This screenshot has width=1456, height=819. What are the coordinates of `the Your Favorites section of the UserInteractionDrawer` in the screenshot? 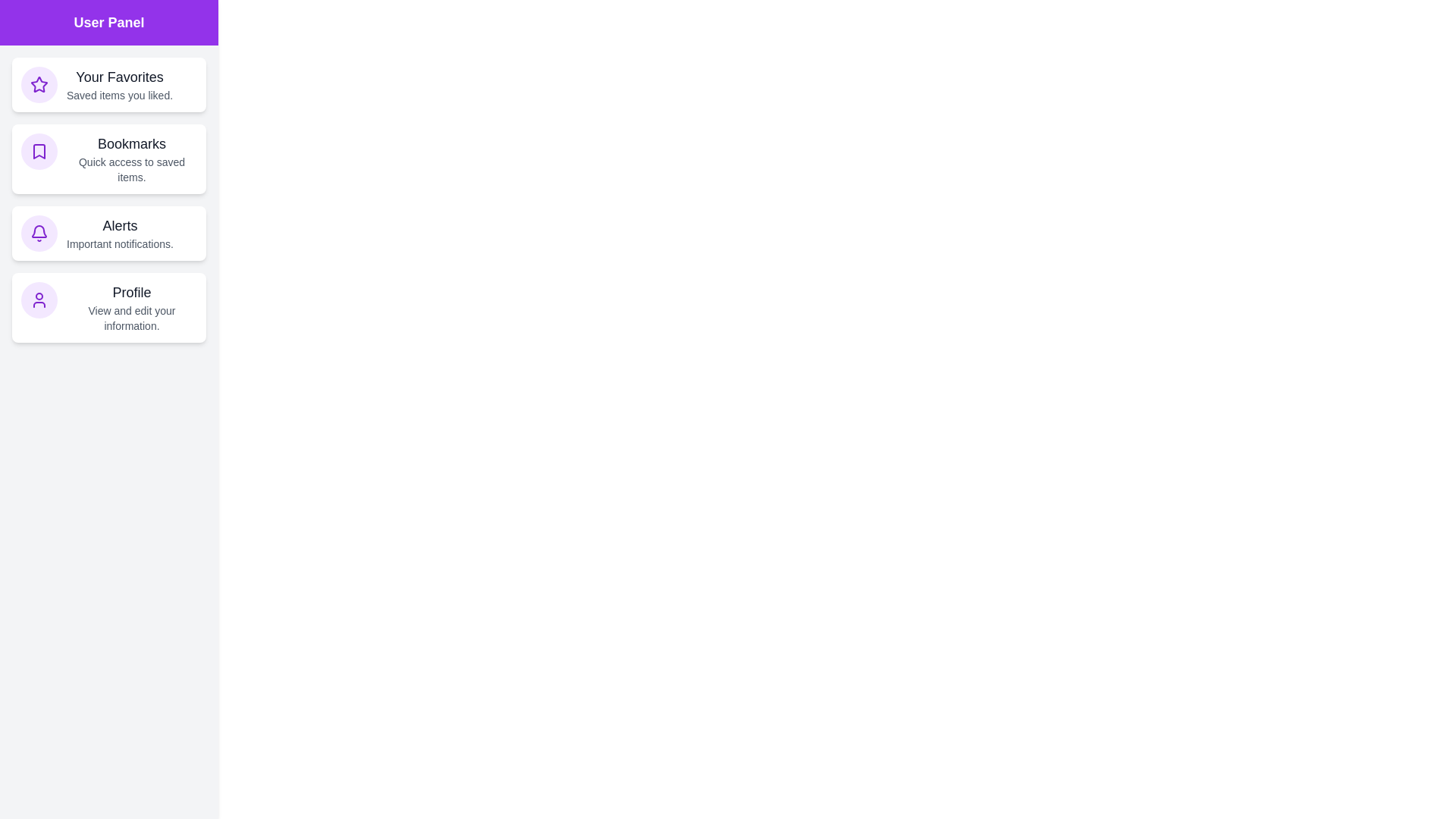 It's located at (108, 84).